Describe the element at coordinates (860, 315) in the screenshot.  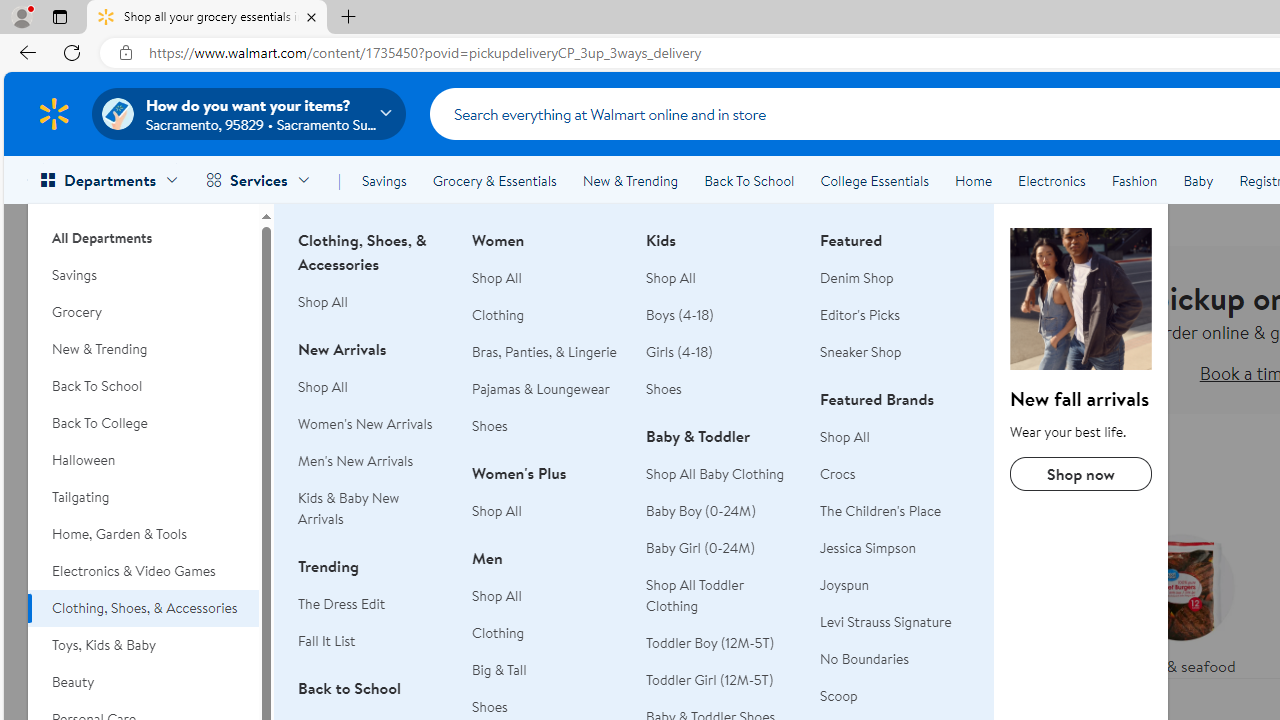
I see `'Editor'` at that location.